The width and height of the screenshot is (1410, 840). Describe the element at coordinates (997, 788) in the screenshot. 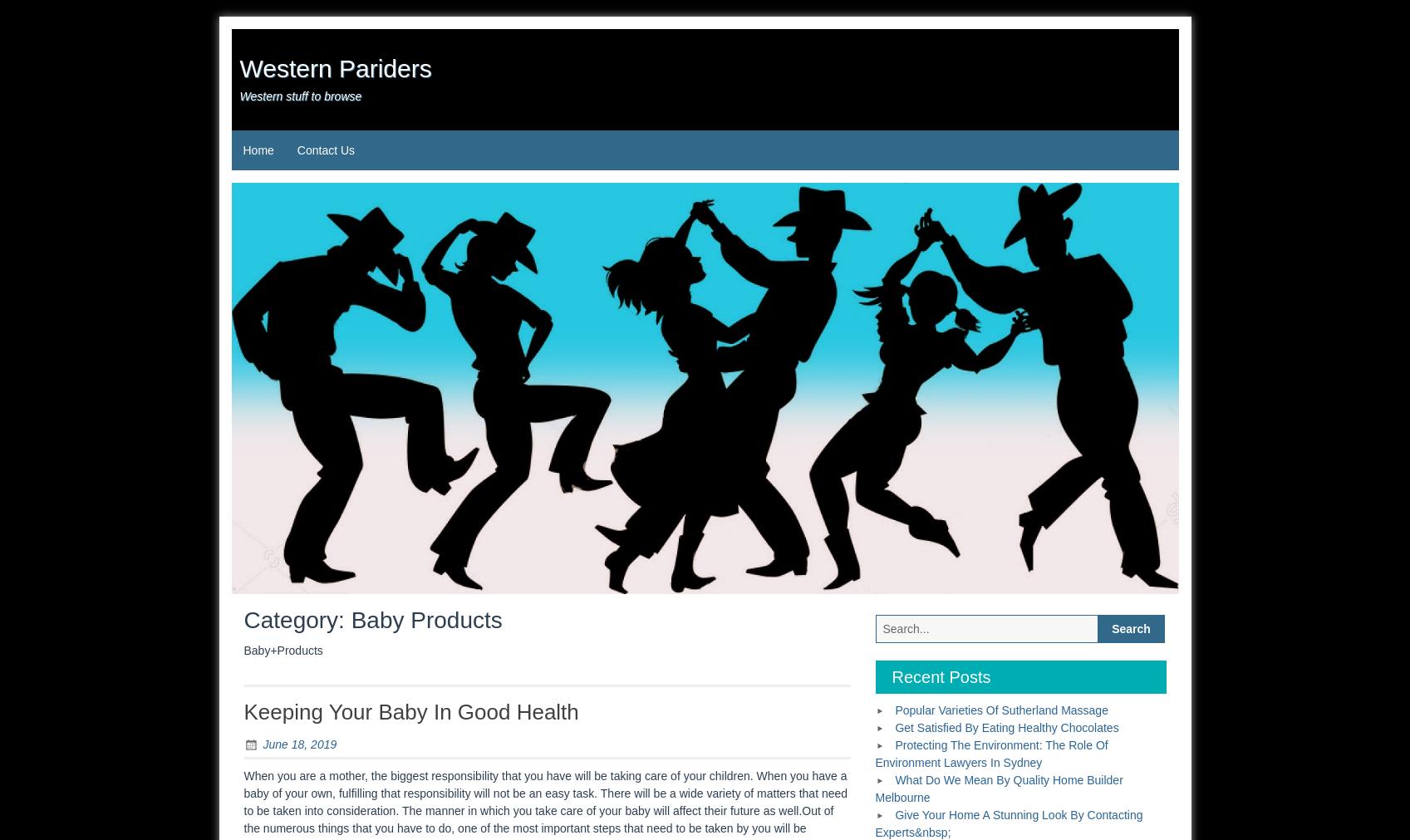

I see `'What Do We Mean By Quality Home Builder Melbourne'` at that location.